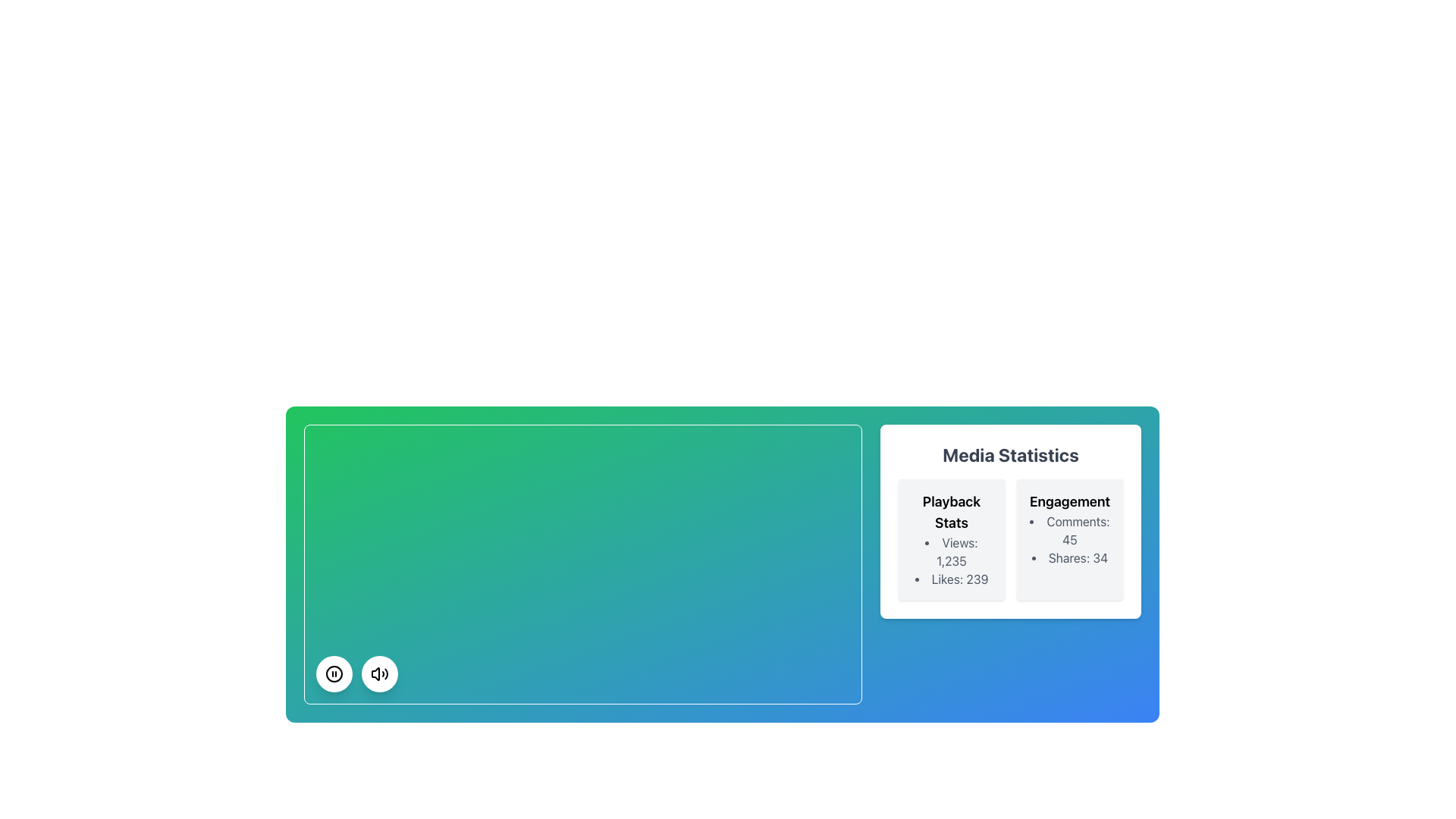 This screenshot has height=819, width=1456. What do you see at coordinates (334, 673) in the screenshot?
I see `the control button located at the bottom-left corner of the panel` at bounding box center [334, 673].